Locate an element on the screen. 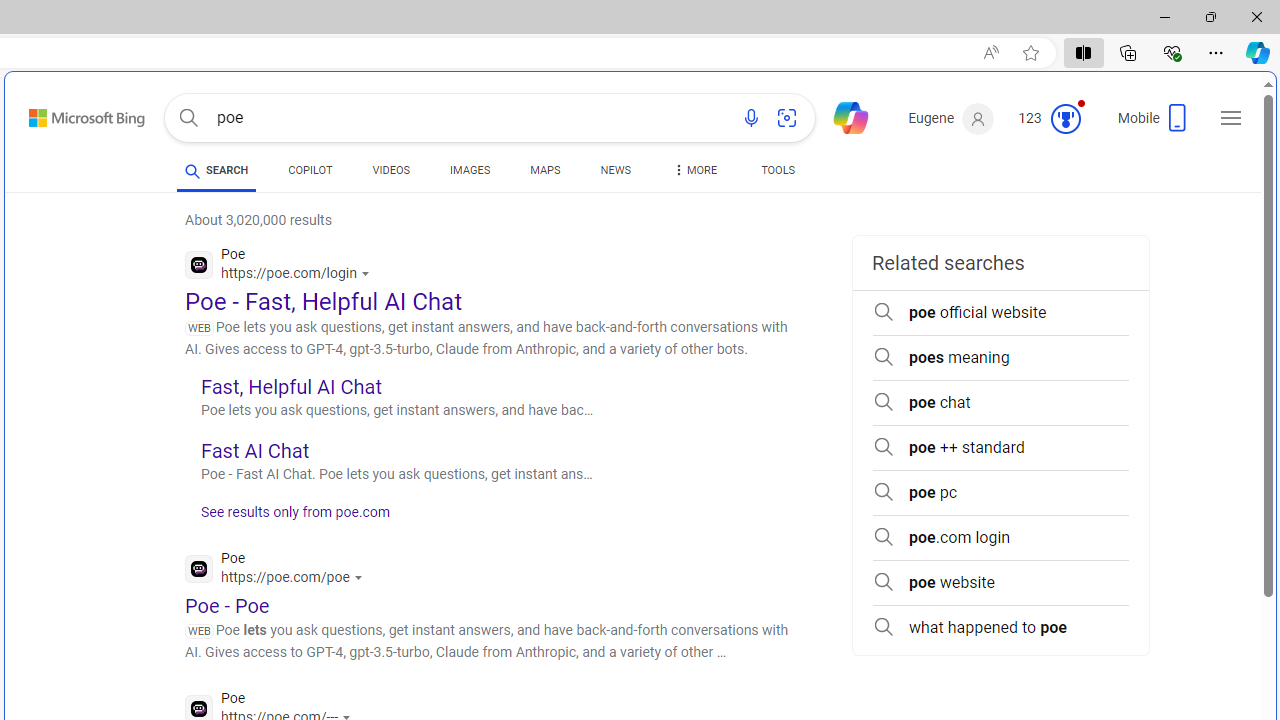  'poe pc' is located at coordinates (1000, 492).